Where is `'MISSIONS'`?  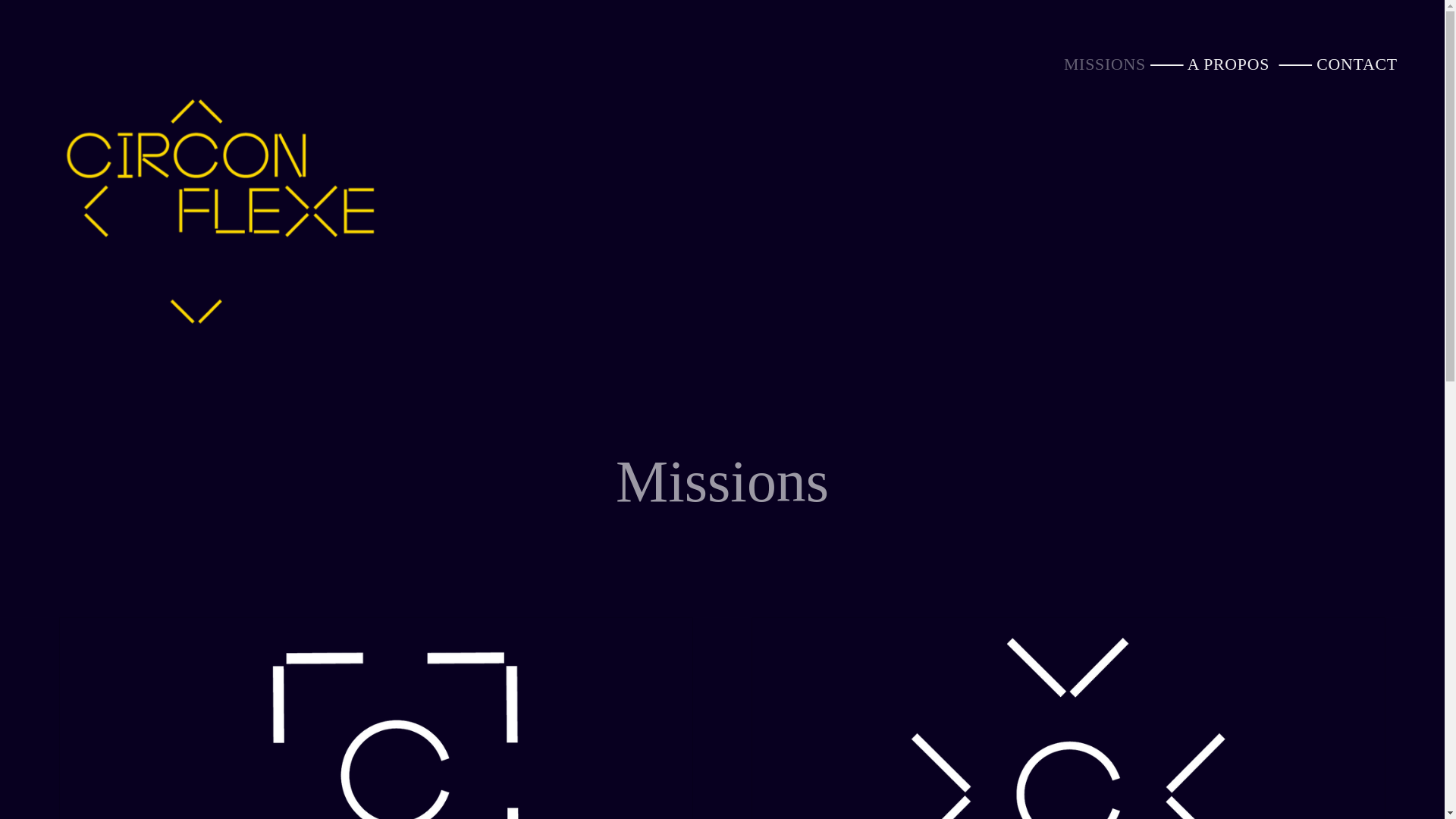
'MISSIONS' is located at coordinates (1105, 63).